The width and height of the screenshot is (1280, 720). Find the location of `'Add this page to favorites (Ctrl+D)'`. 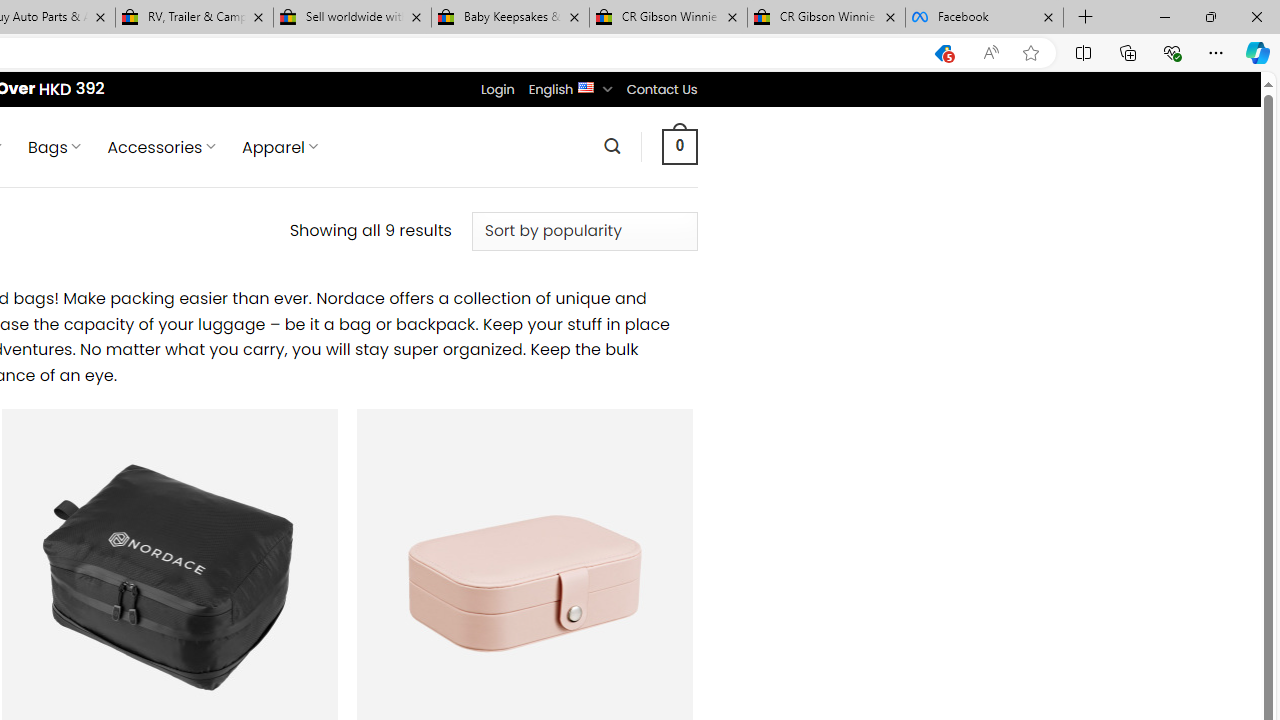

'Add this page to favorites (Ctrl+D)' is located at coordinates (1031, 52).